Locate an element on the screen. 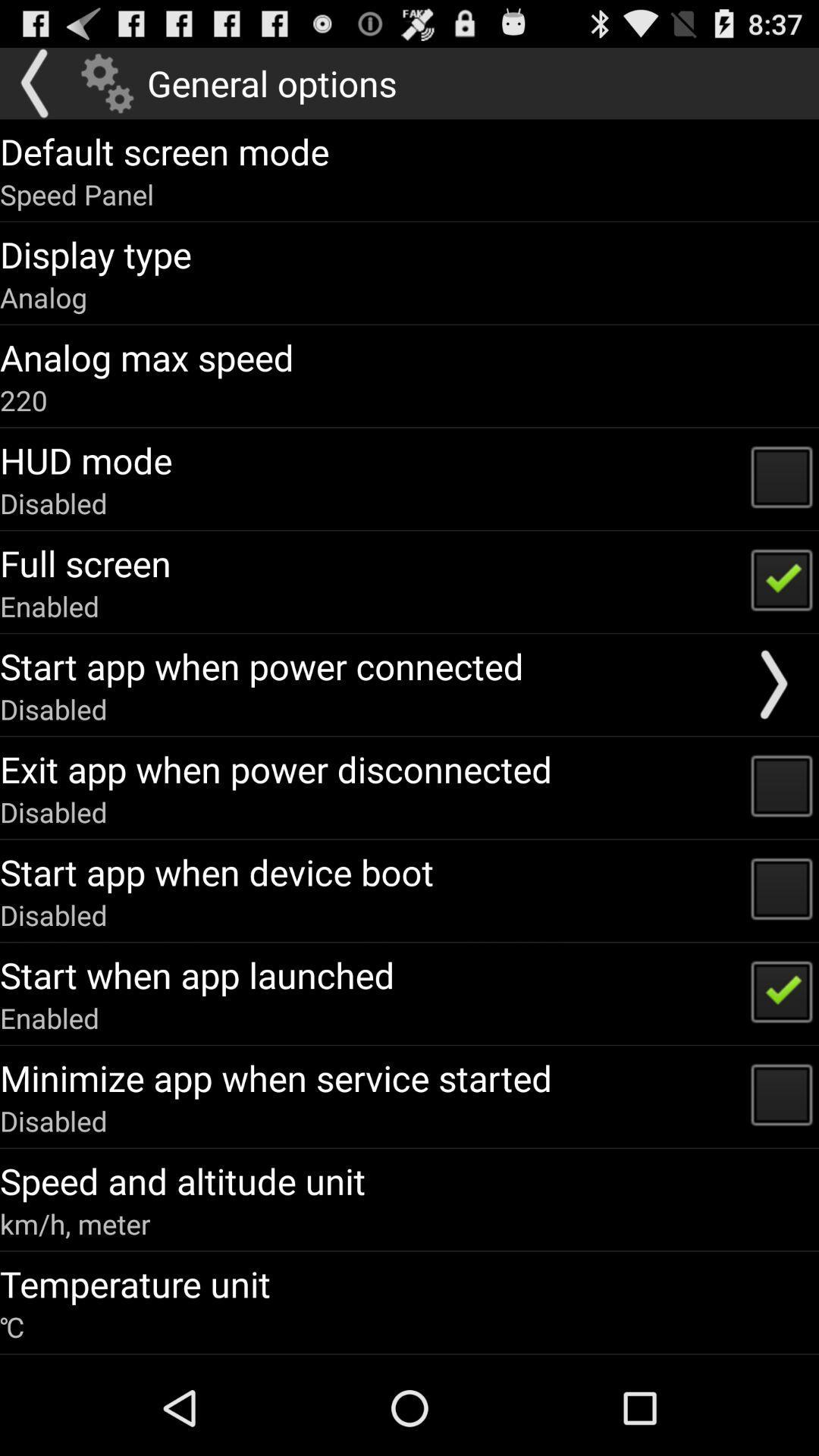 Image resolution: width=819 pixels, height=1456 pixels. previous is located at coordinates (35, 83).